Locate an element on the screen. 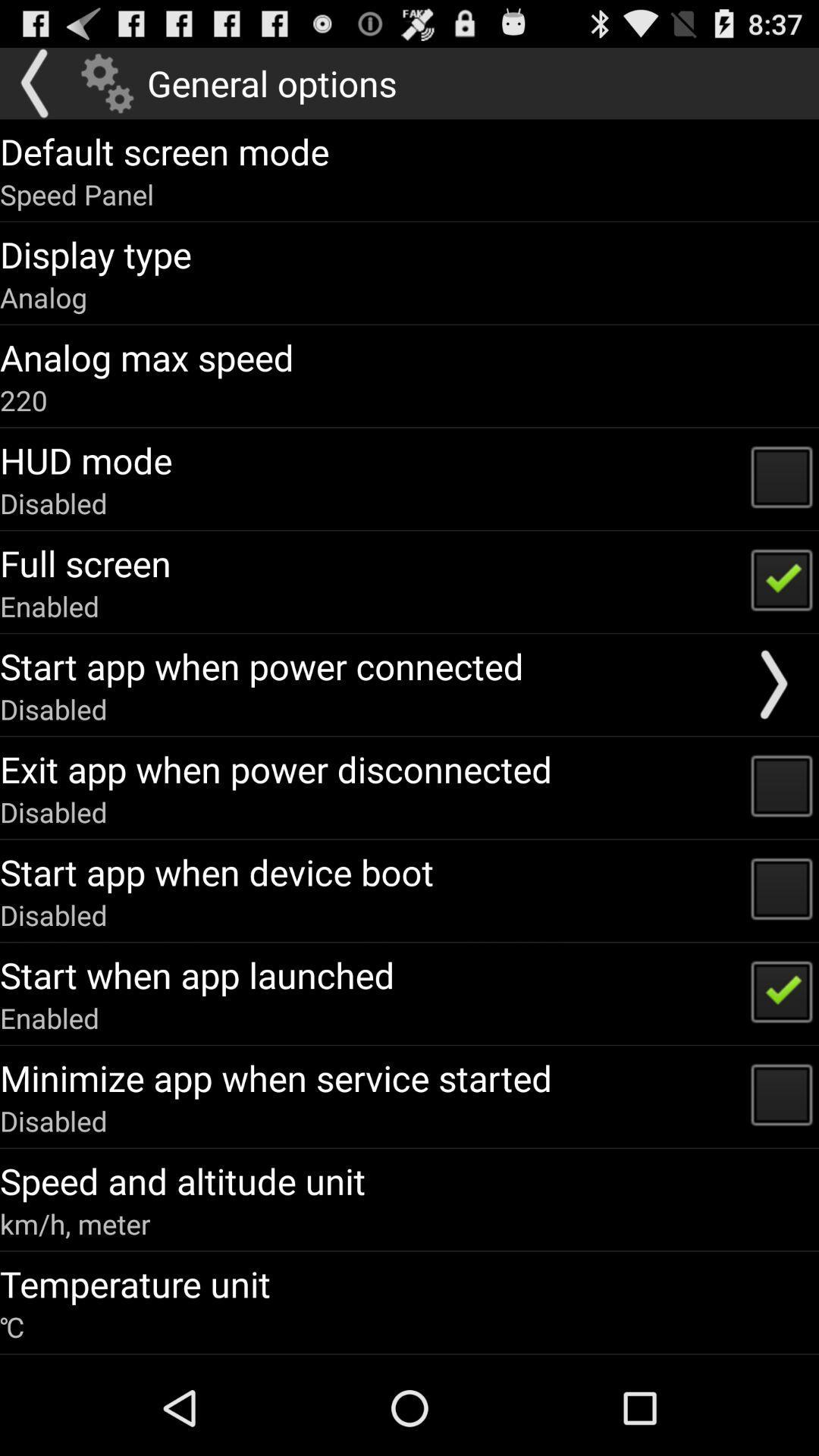 Image resolution: width=819 pixels, height=1456 pixels. previous is located at coordinates (35, 83).